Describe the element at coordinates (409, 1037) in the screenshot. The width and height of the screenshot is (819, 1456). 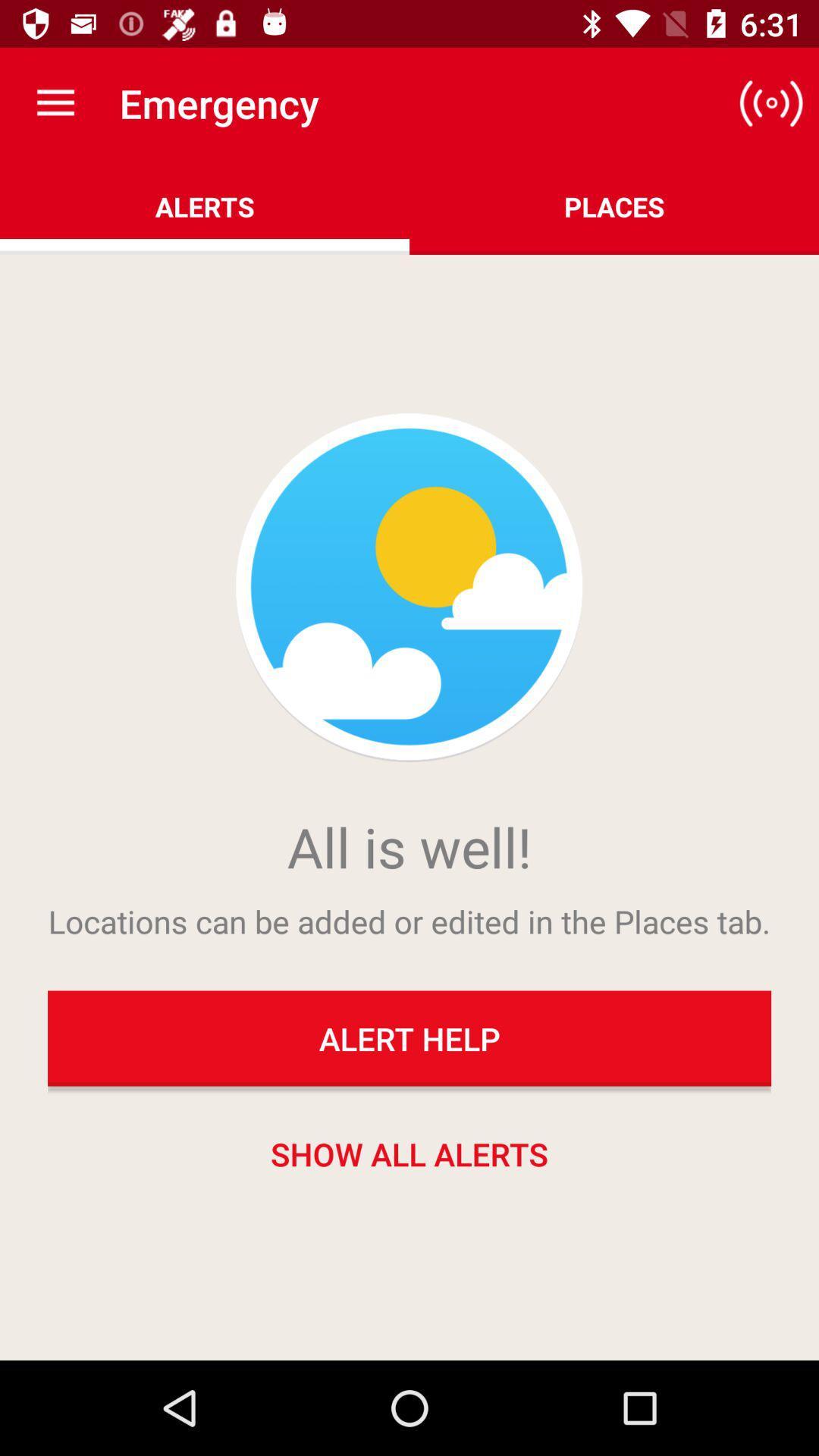
I see `the alert help item` at that location.